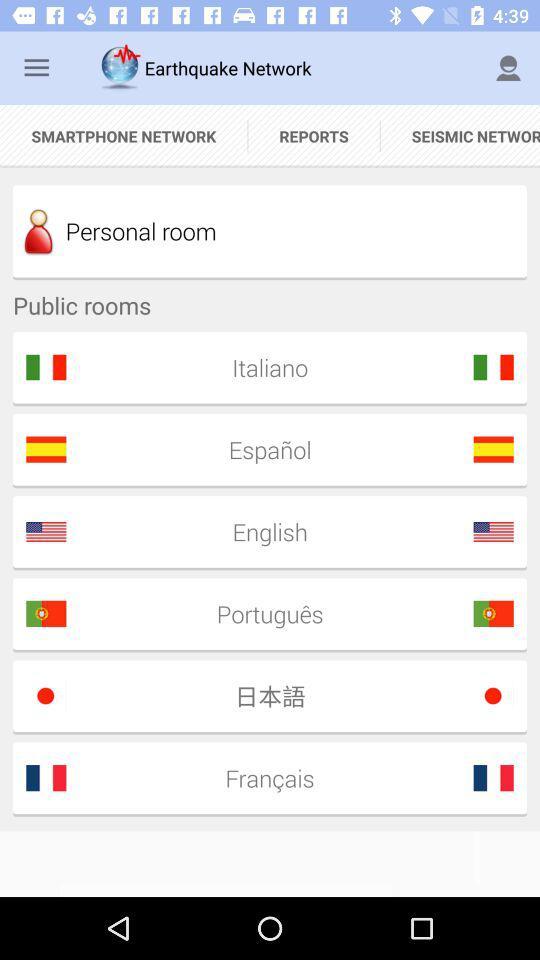 The width and height of the screenshot is (540, 960). I want to click on item above the seismic networks app, so click(508, 68).